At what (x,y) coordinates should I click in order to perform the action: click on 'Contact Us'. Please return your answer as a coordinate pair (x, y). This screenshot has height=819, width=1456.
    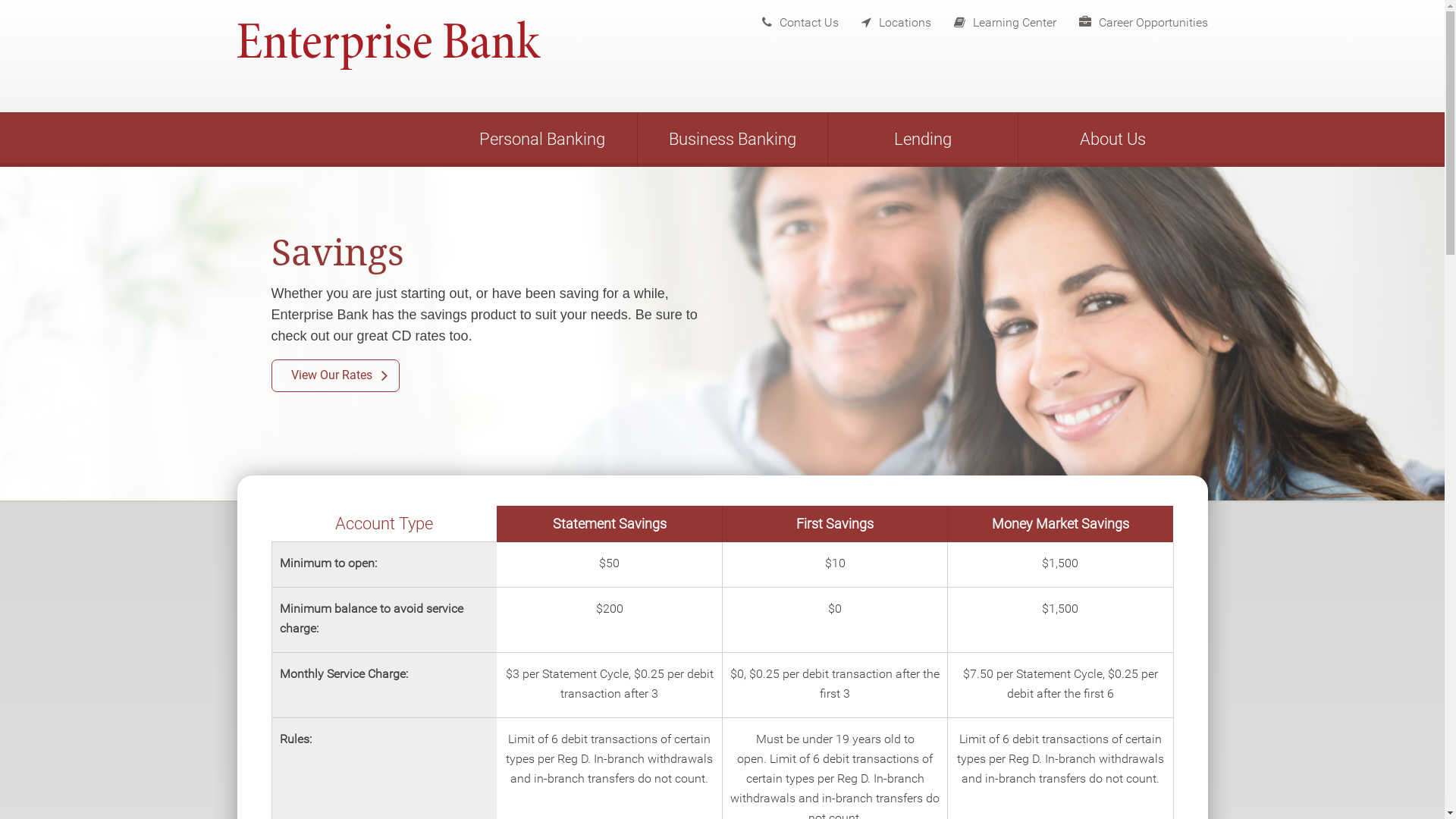
    Looking at the image, I should click on (788, 18).